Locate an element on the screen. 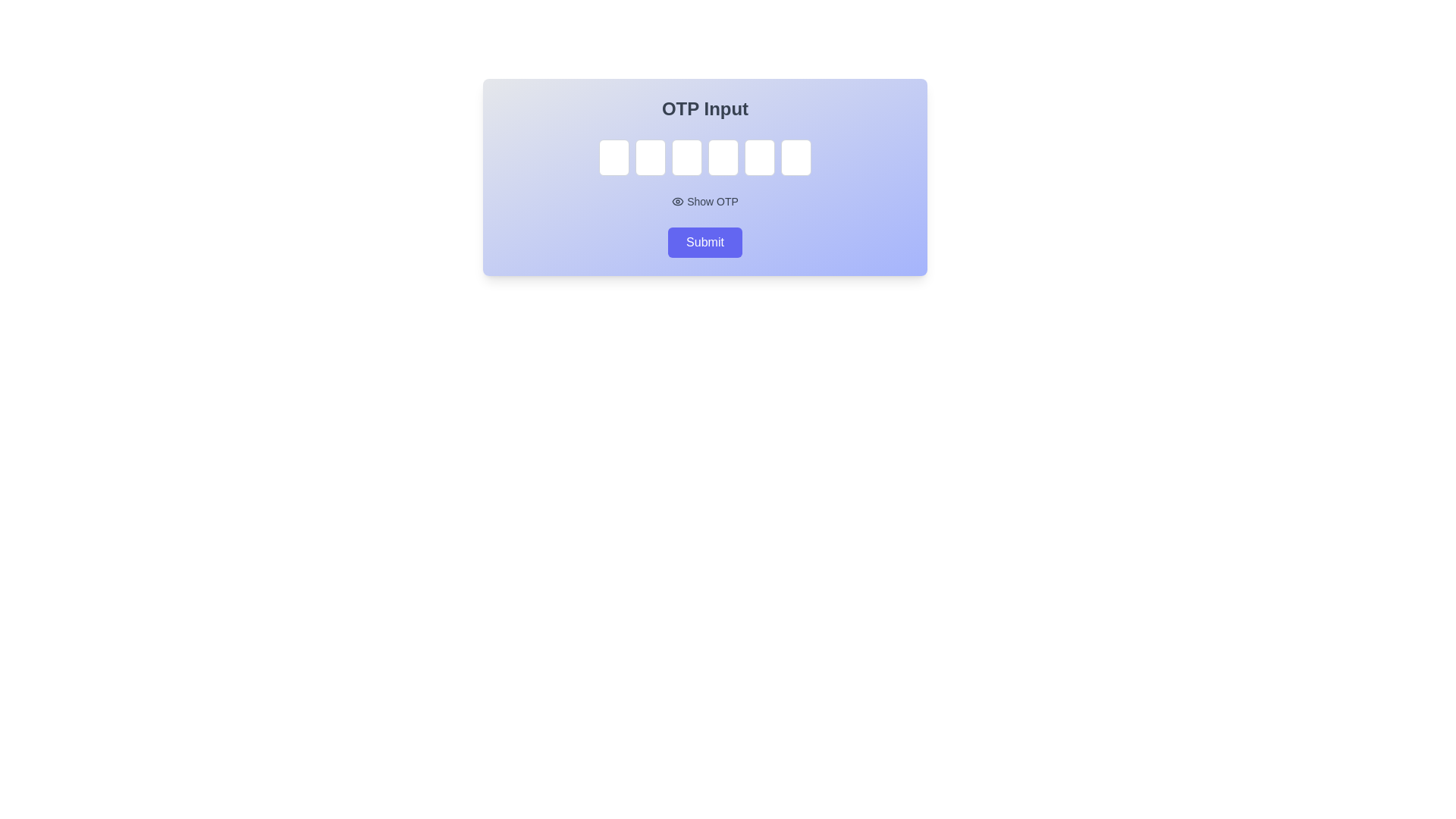 This screenshot has width=1456, height=819. the third password input field, which is a single-character input box with a rounded border and gray border, to focus on it is located at coordinates (686, 158).